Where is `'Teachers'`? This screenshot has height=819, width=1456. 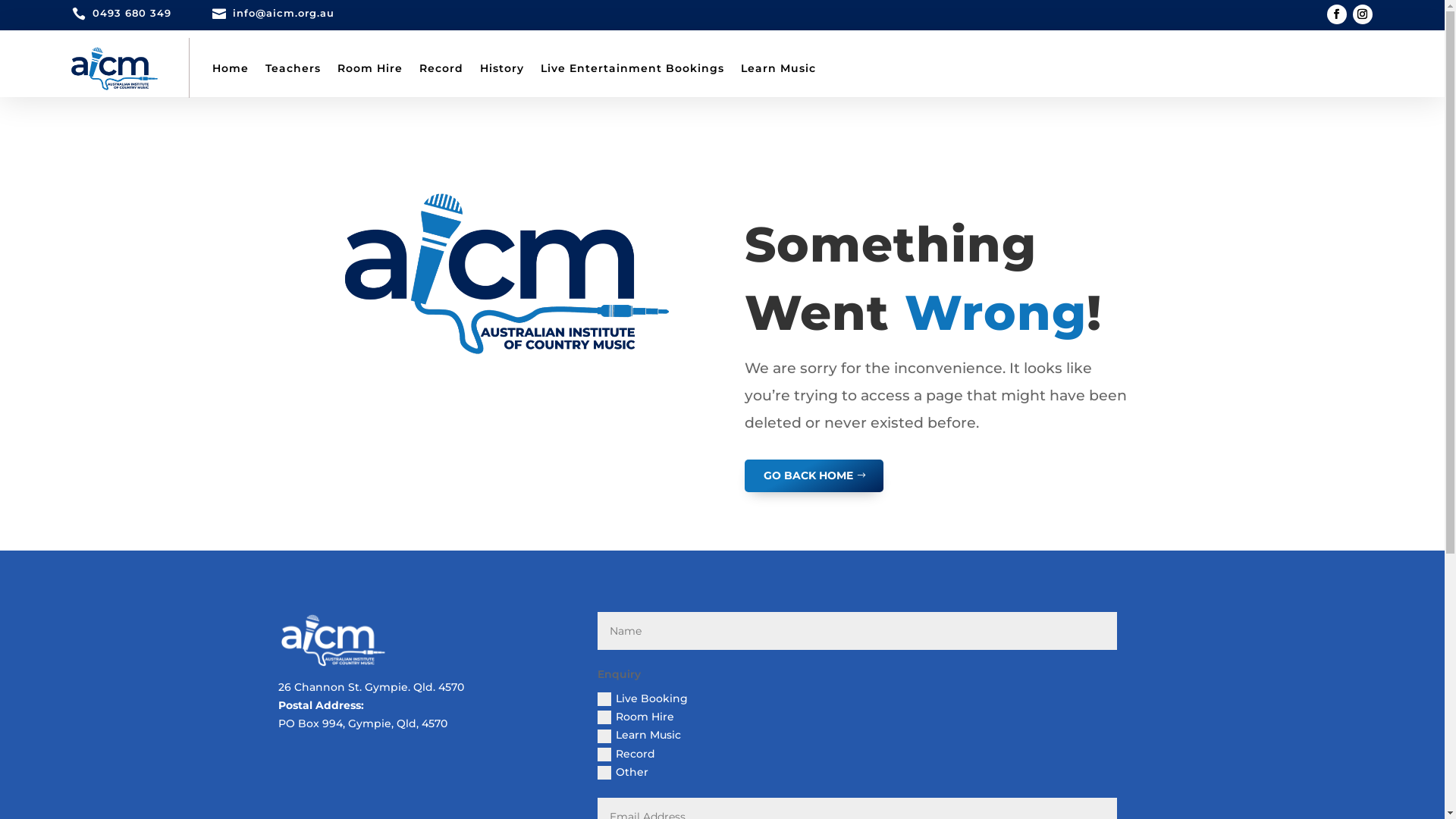 'Teachers' is located at coordinates (293, 67).